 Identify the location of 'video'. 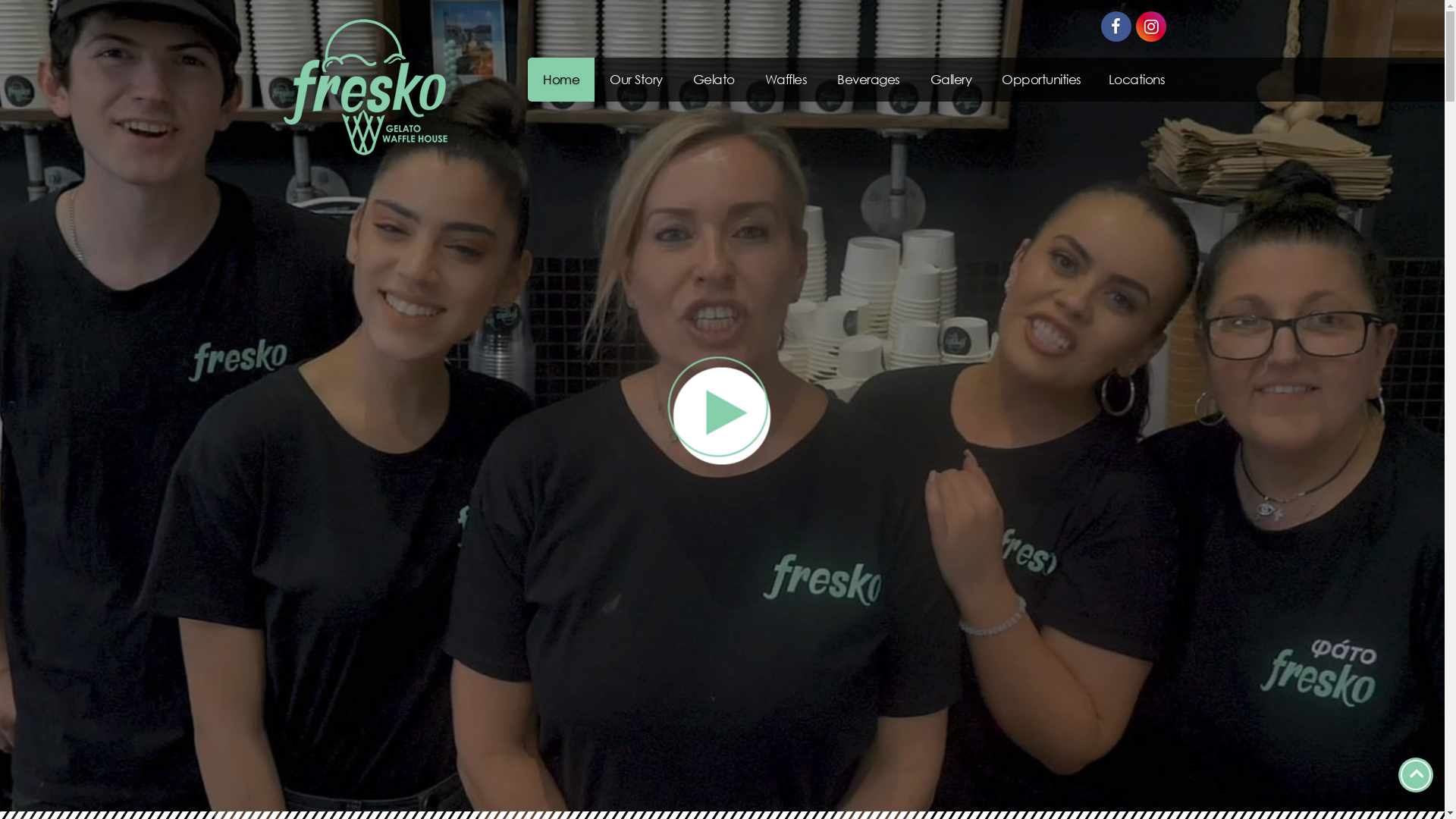
(667, 409).